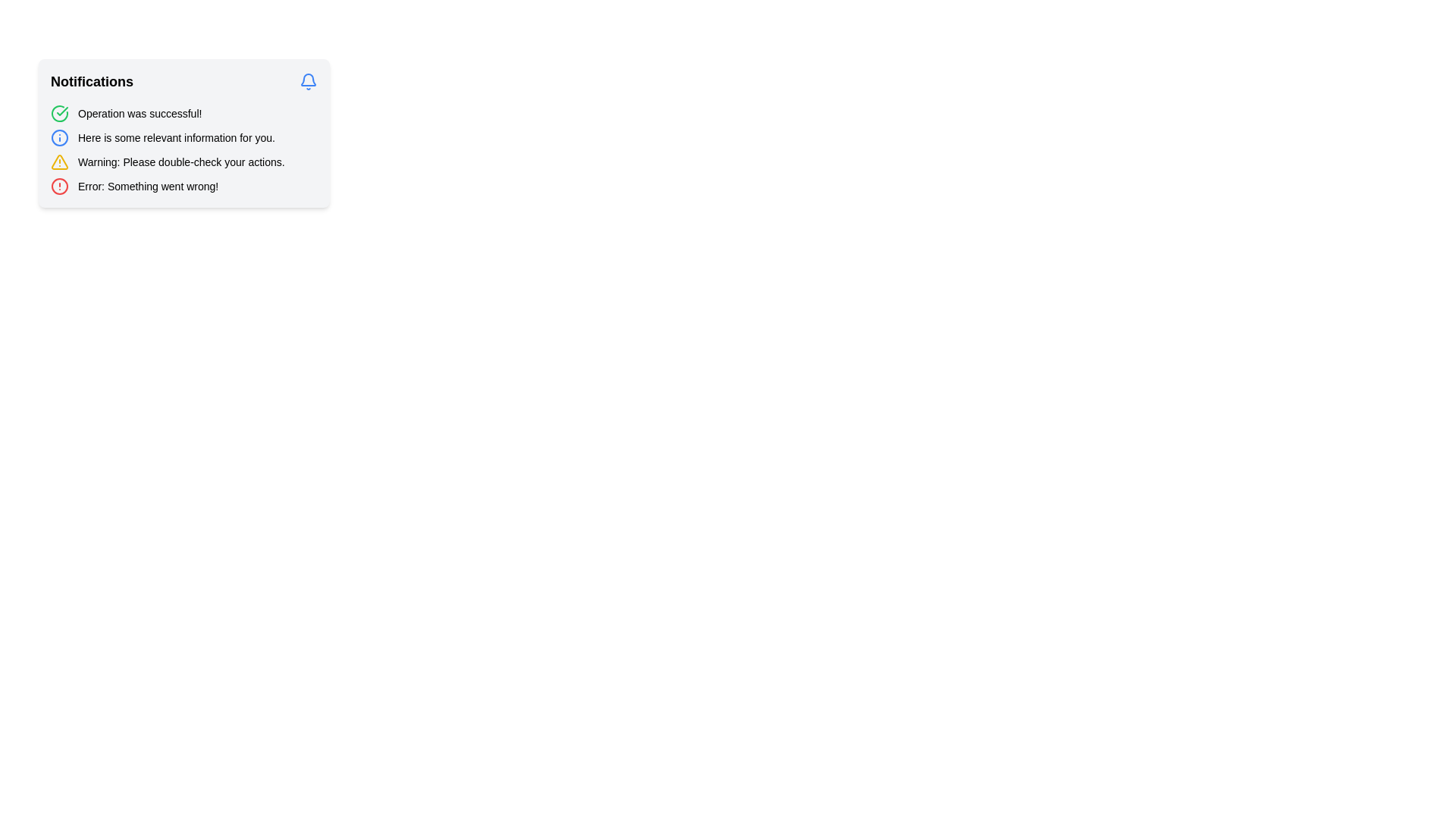  I want to click on error state icon located next to the text 'Error: Something went wrong!' in the fourth notification item of the status messages, so click(59, 186).